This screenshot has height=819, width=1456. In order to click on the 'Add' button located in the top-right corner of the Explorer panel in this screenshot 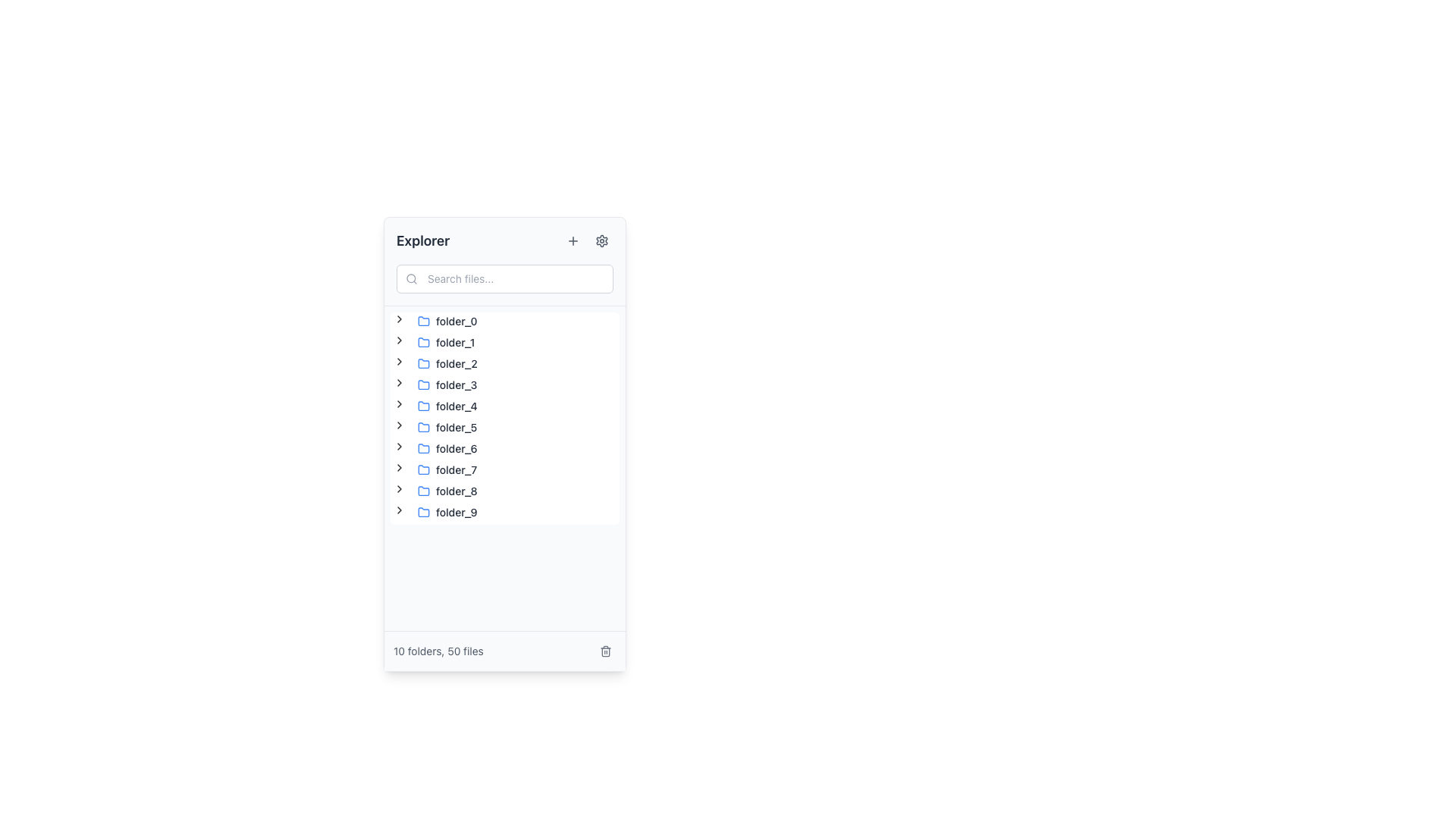, I will do `click(572, 240)`.